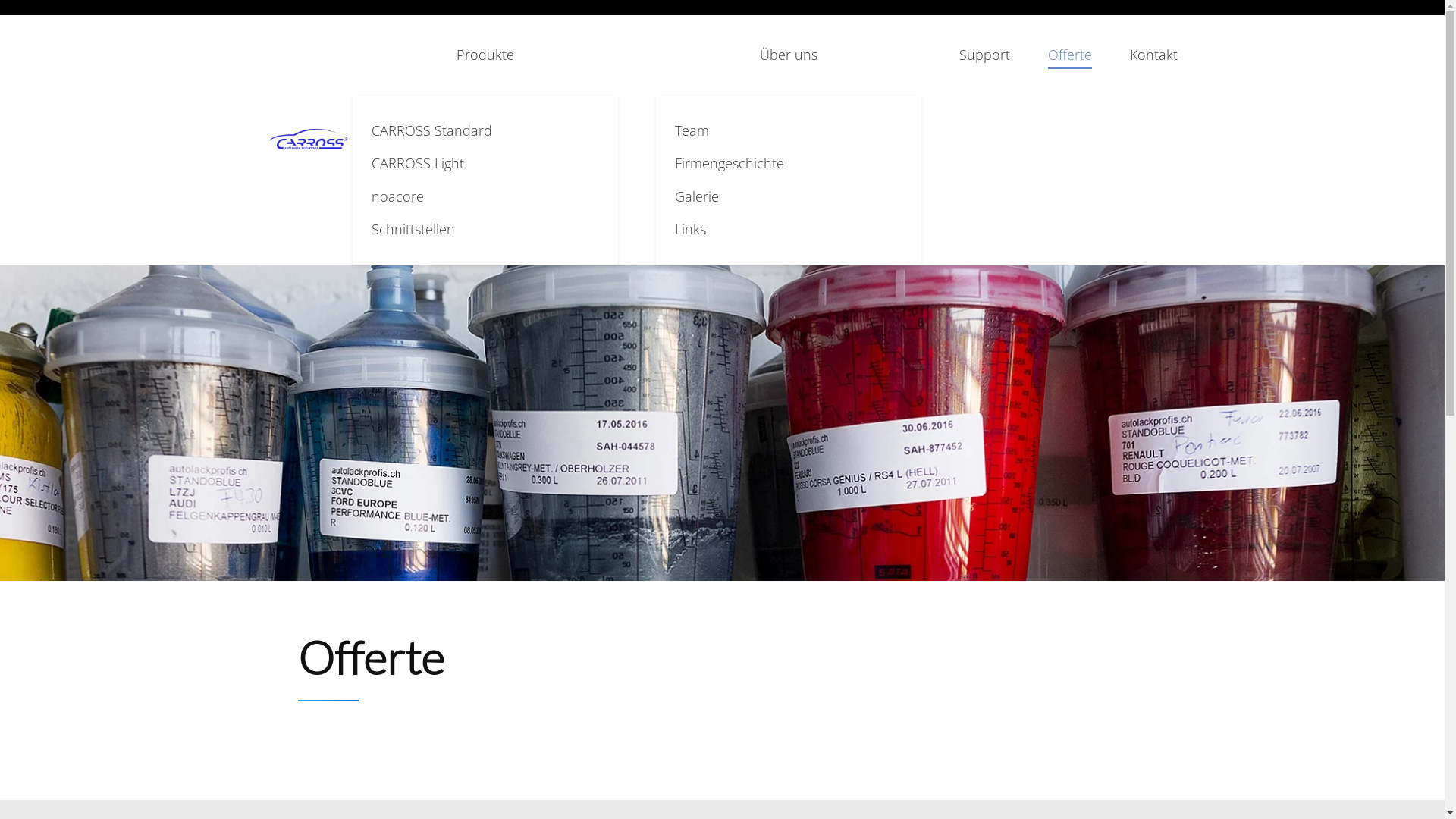 Image resolution: width=1456 pixels, height=819 pixels. I want to click on 'CARROSS Standard', so click(484, 130).